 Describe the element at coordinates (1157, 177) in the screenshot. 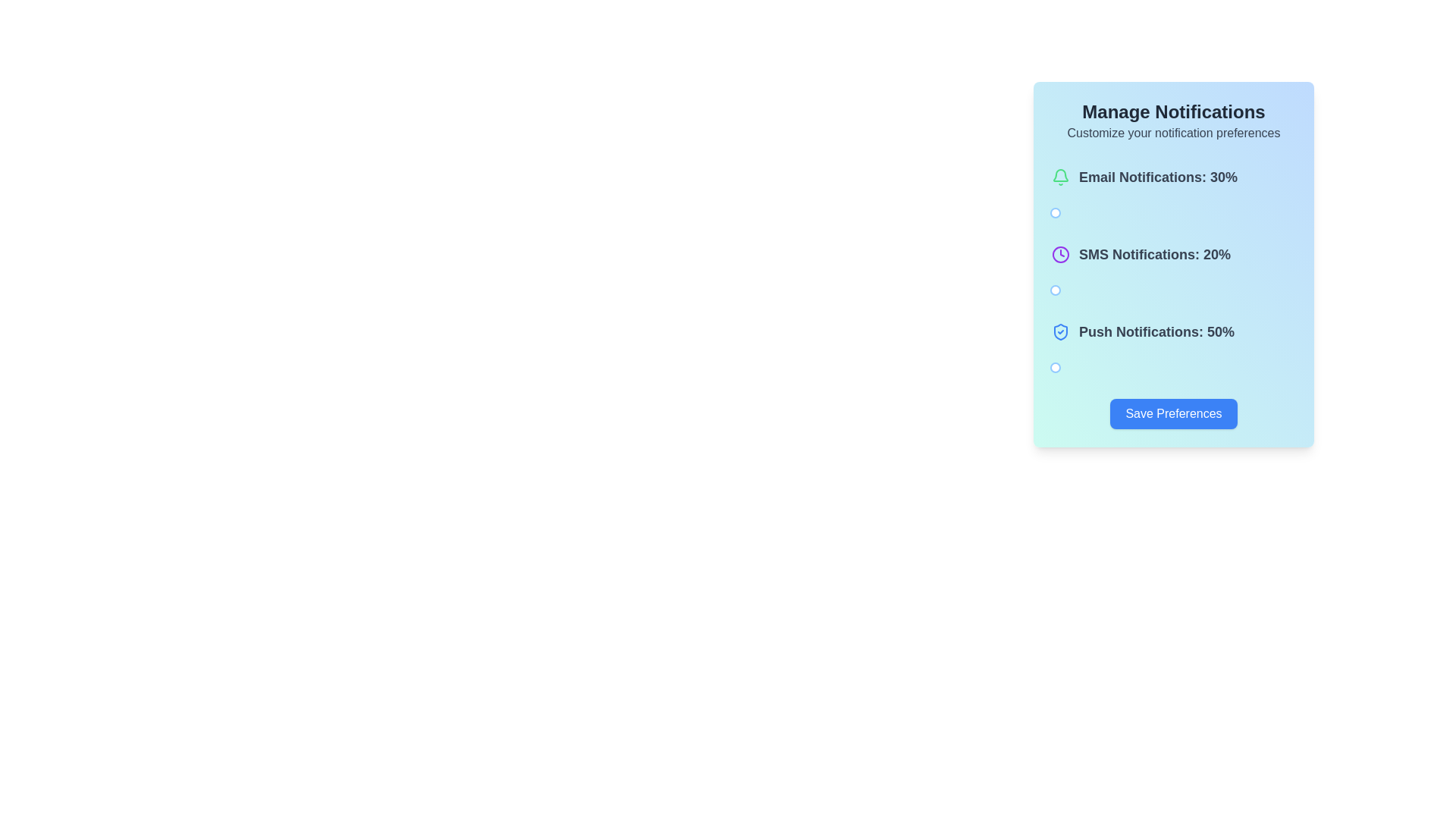

I see `the email notification preference text label, which indicates the email notification setting and is positioned at the top of the notification preferences list` at that location.